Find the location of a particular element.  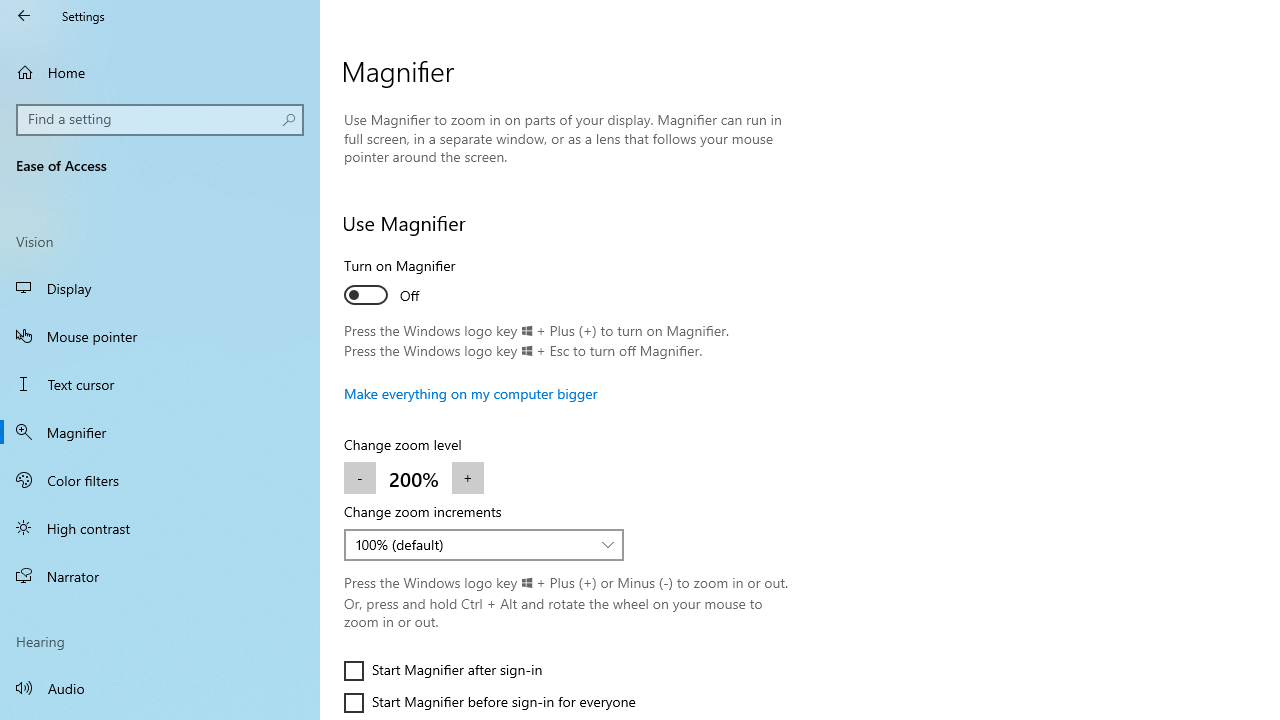

'Home' is located at coordinates (160, 71).